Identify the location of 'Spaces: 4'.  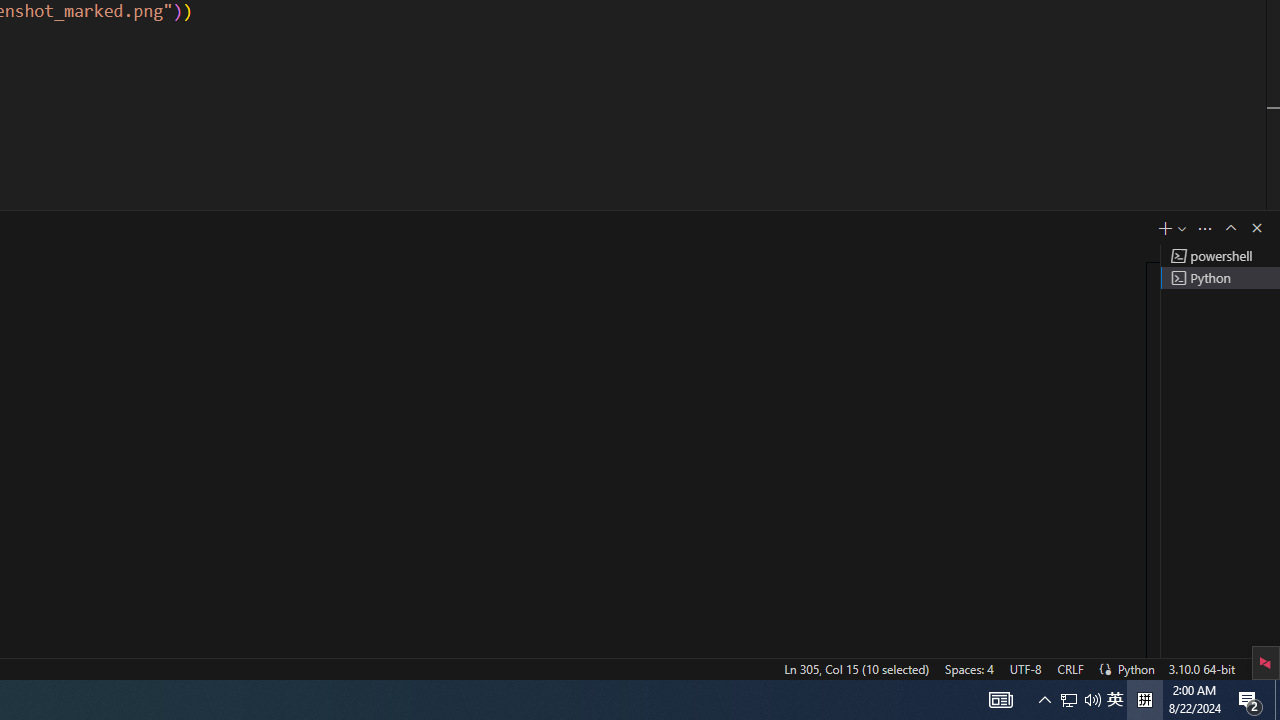
(968, 668).